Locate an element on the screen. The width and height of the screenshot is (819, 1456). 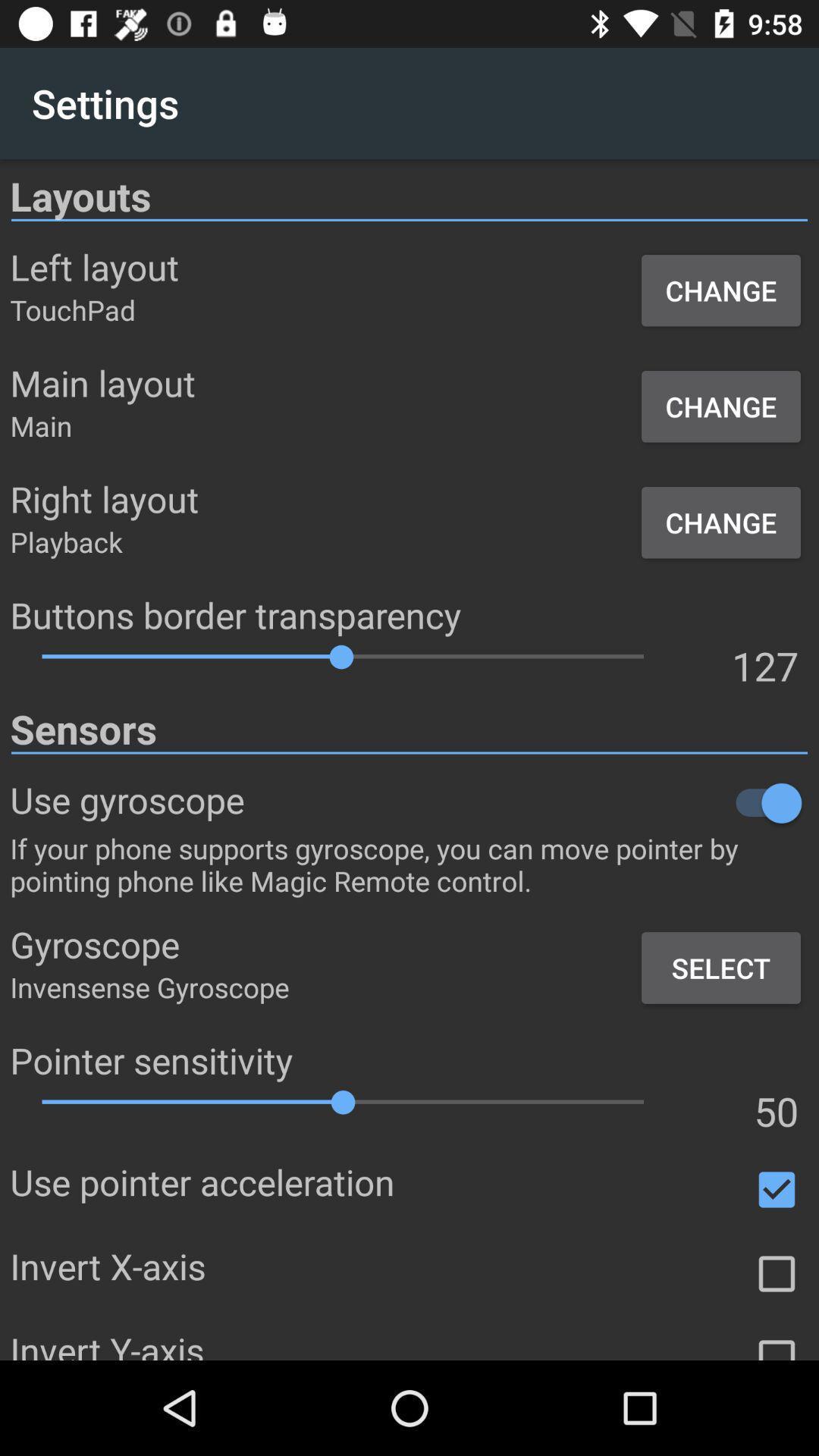
check invert x-axis on is located at coordinates (777, 1274).